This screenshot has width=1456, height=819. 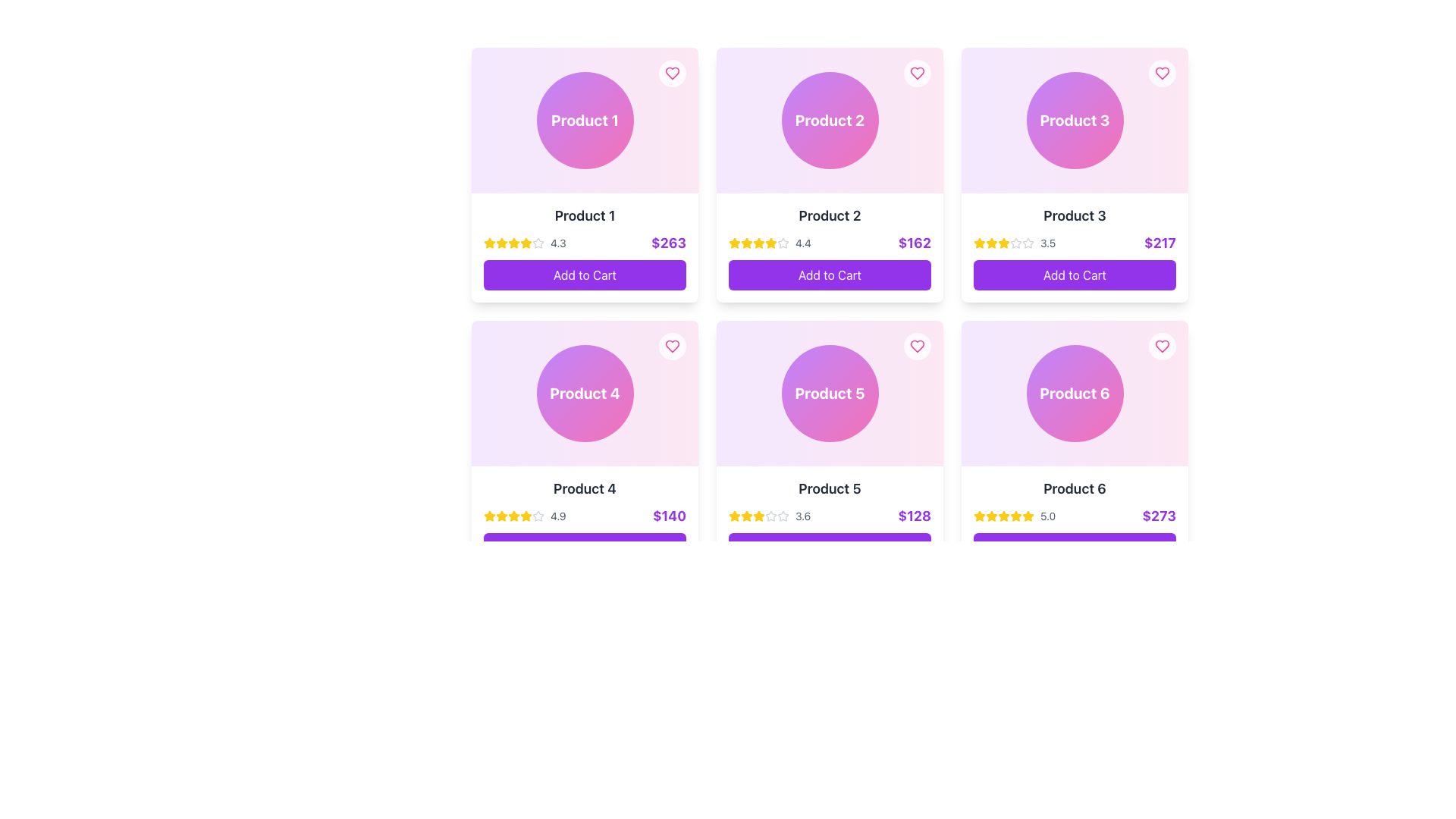 What do you see at coordinates (829, 247) in the screenshot?
I see `the rating section of the Product card interface element located in the second column of the first row` at bounding box center [829, 247].